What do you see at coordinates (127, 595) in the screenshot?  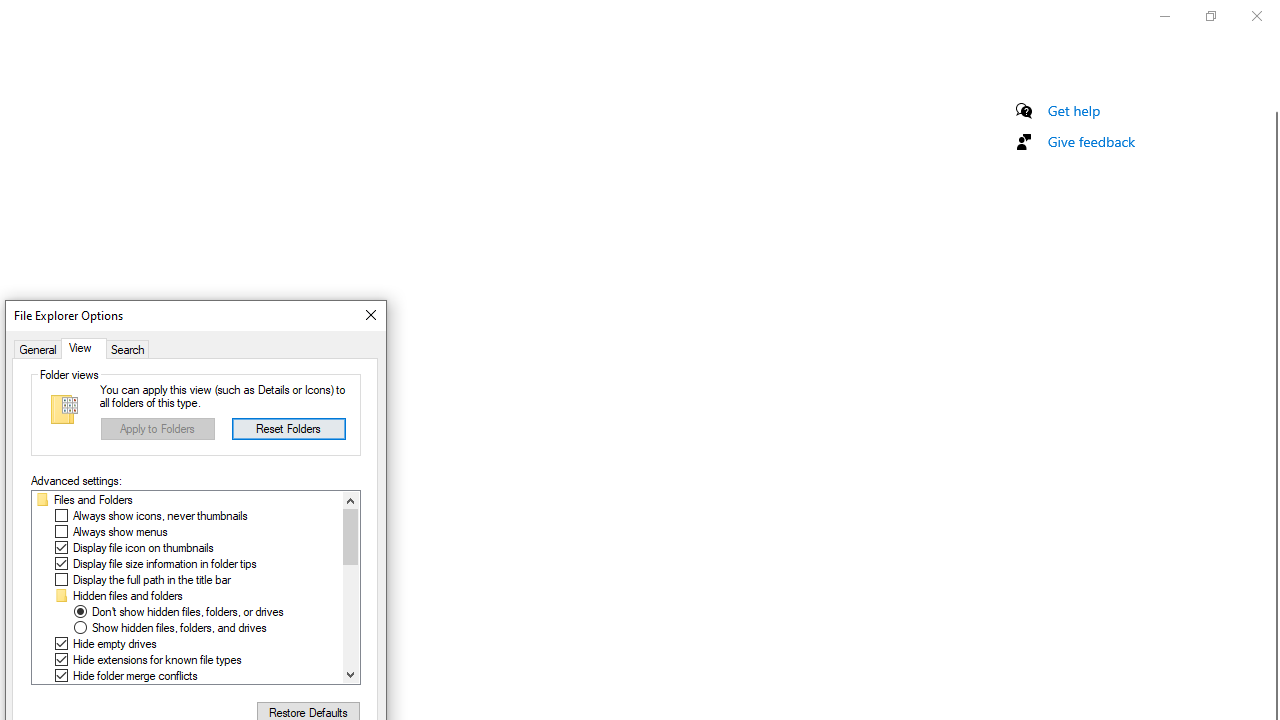 I see `'Hidden files and folders'` at bounding box center [127, 595].